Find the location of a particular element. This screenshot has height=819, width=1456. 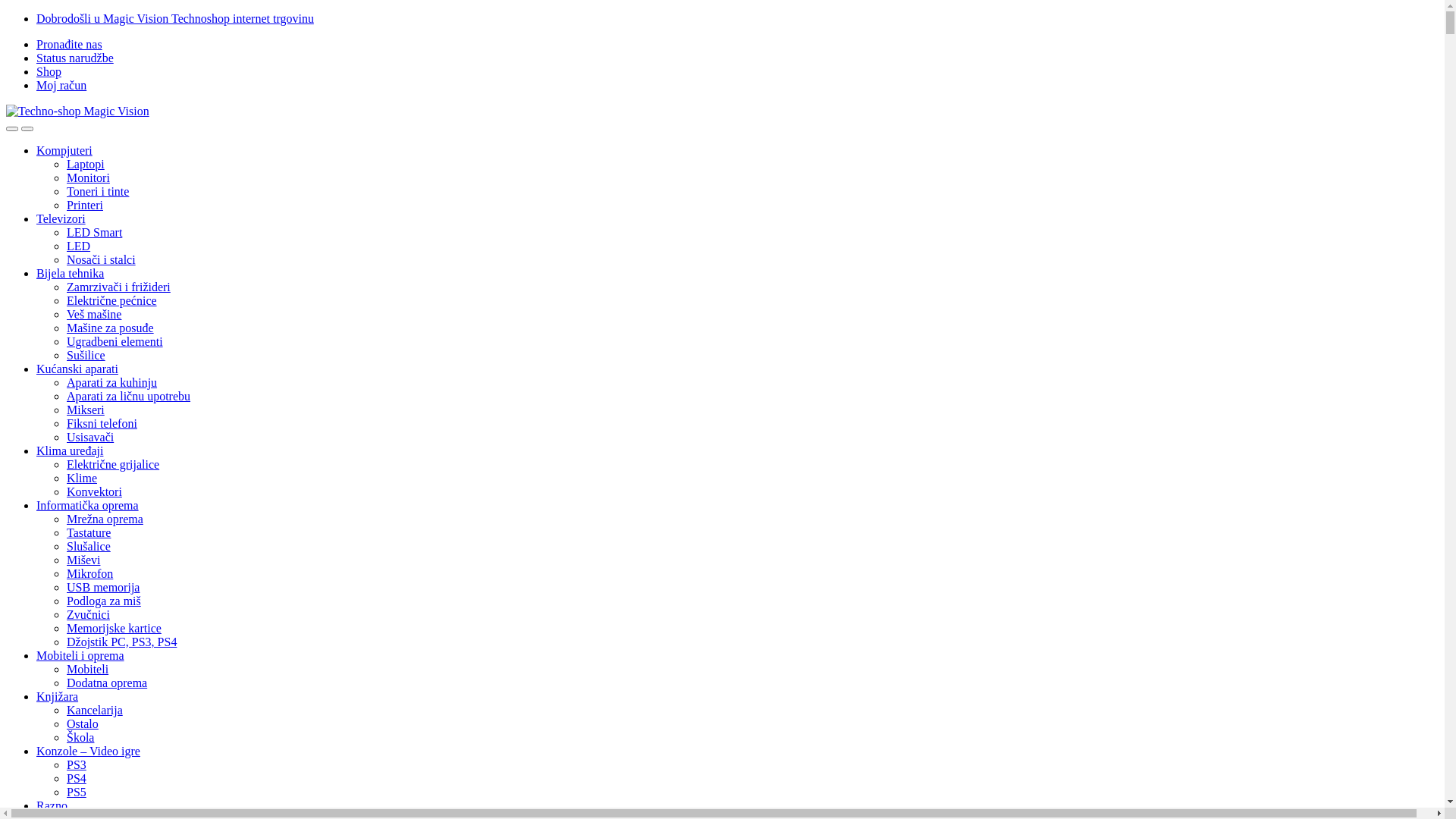

'Mobiteli' is located at coordinates (86, 668).